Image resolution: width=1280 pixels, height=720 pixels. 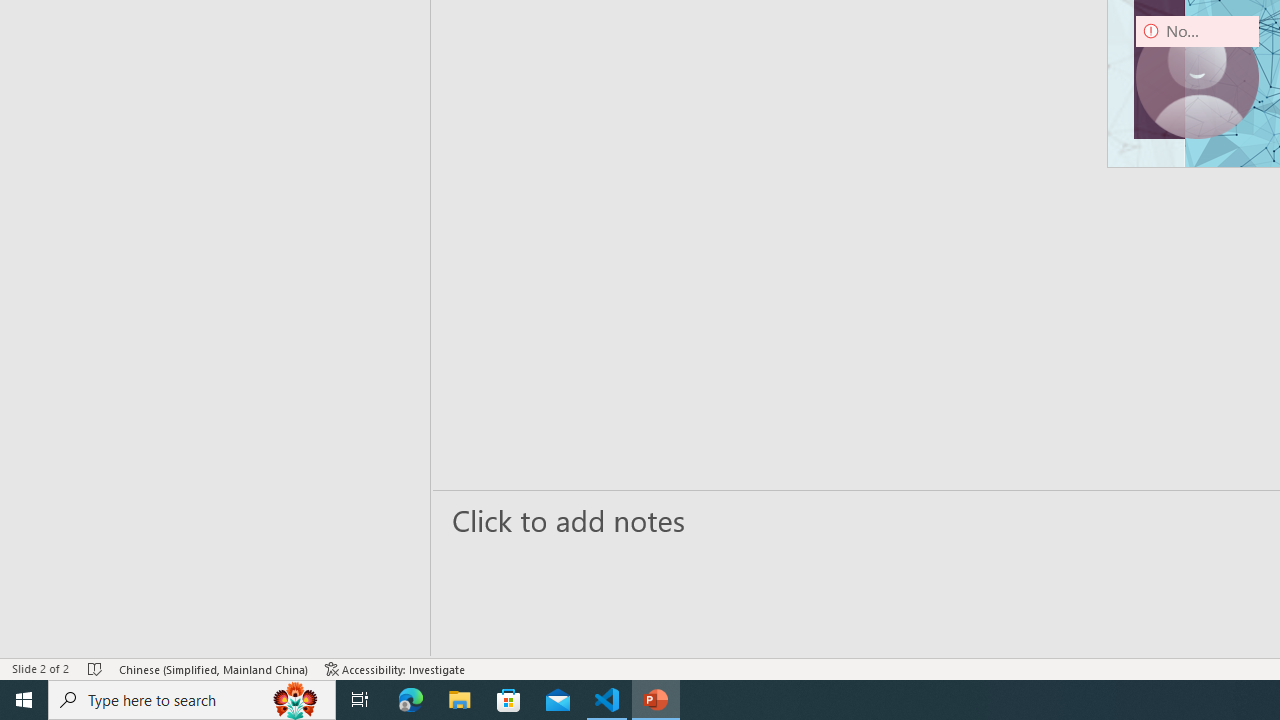 What do you see at coordinates (294, 698) in the screenshot?
I see `'Search highlights icon opens search home window'` at bounding box center [294, 698].